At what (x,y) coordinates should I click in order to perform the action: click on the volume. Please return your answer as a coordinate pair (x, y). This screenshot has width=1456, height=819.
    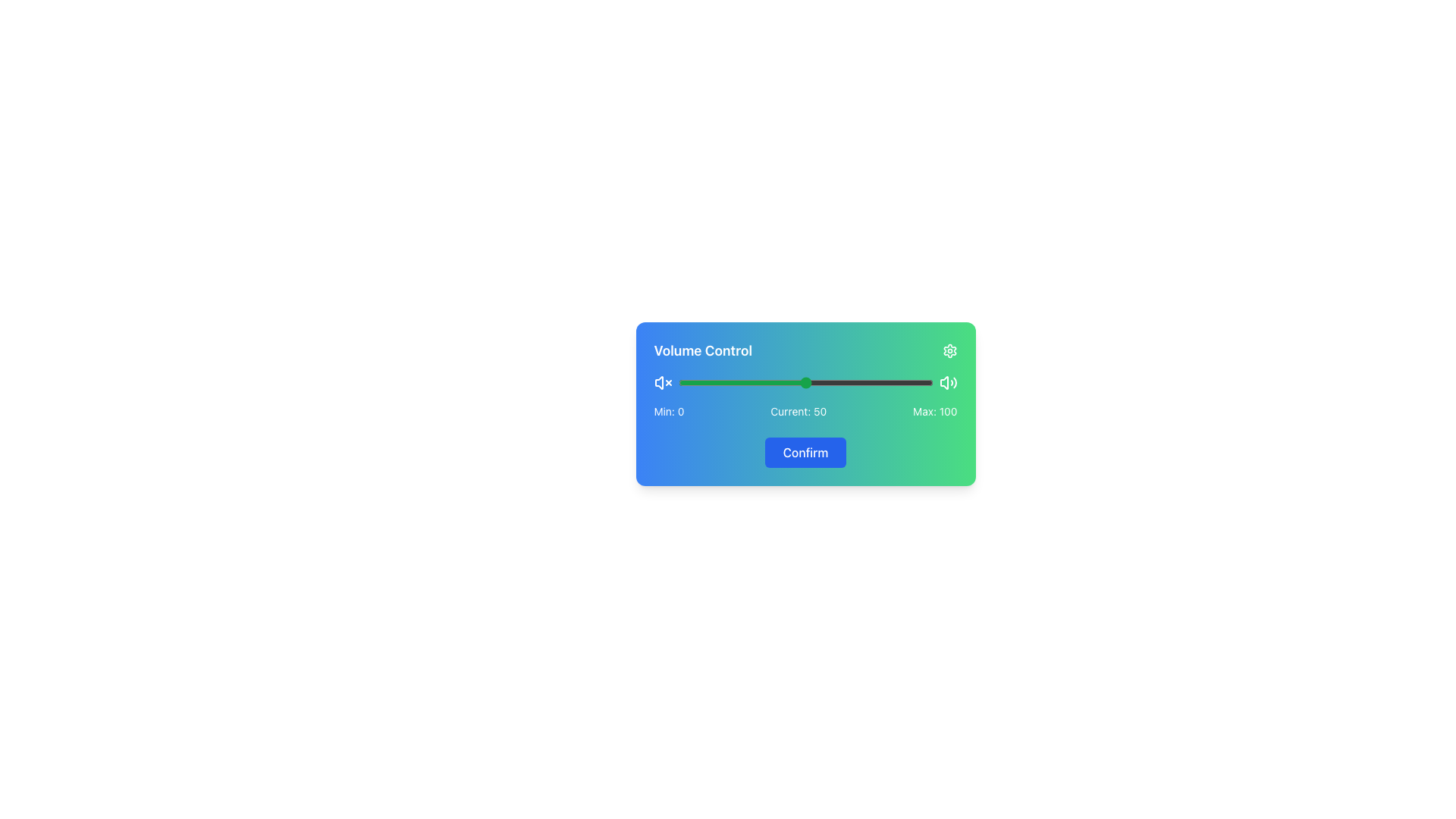
    Looking at the image, I should click on (762, 382).